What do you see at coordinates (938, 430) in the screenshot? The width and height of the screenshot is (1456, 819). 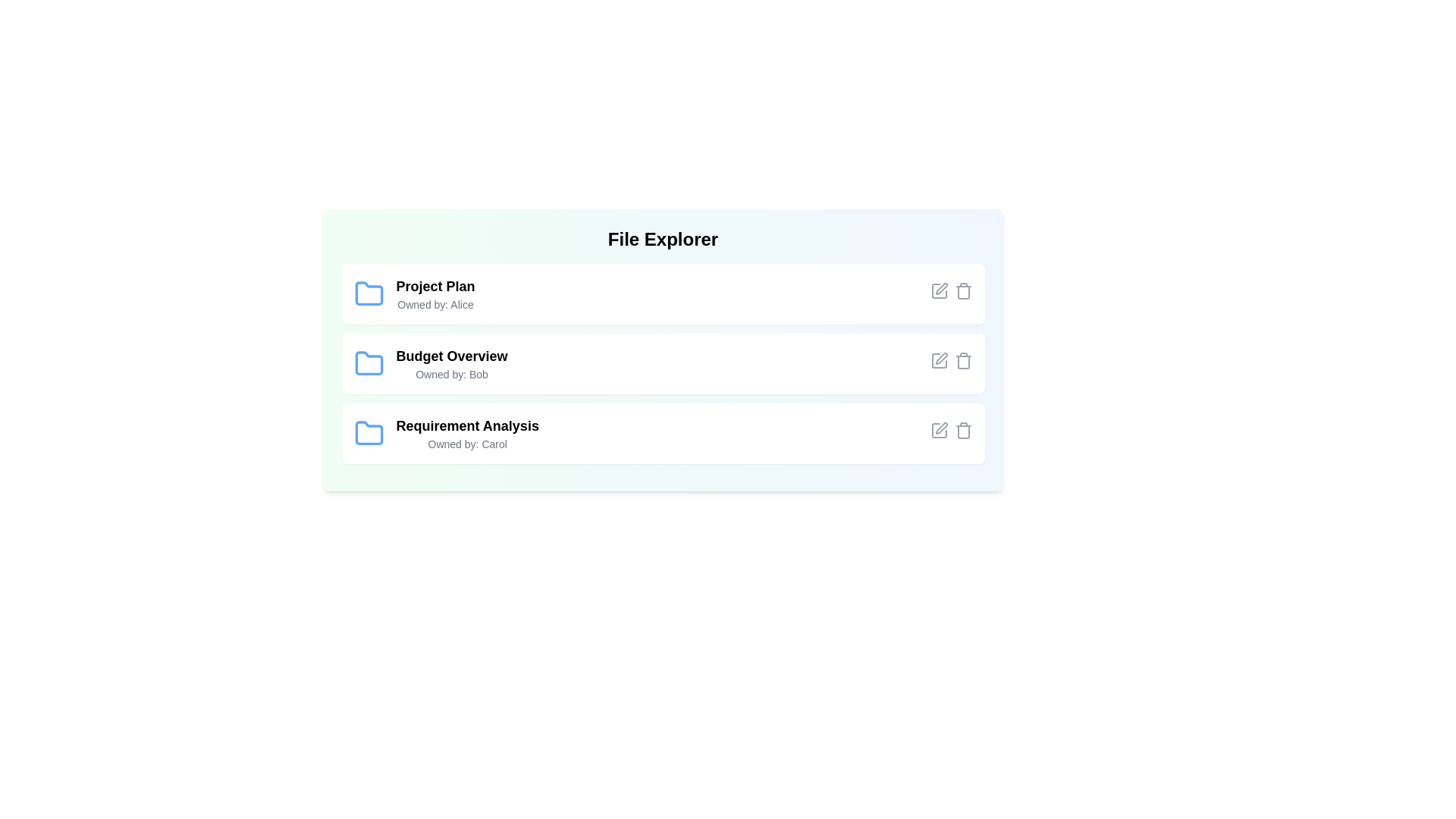 I see `the edit icon for the file named Requirement Analysis` at bounding box center [938, 430].